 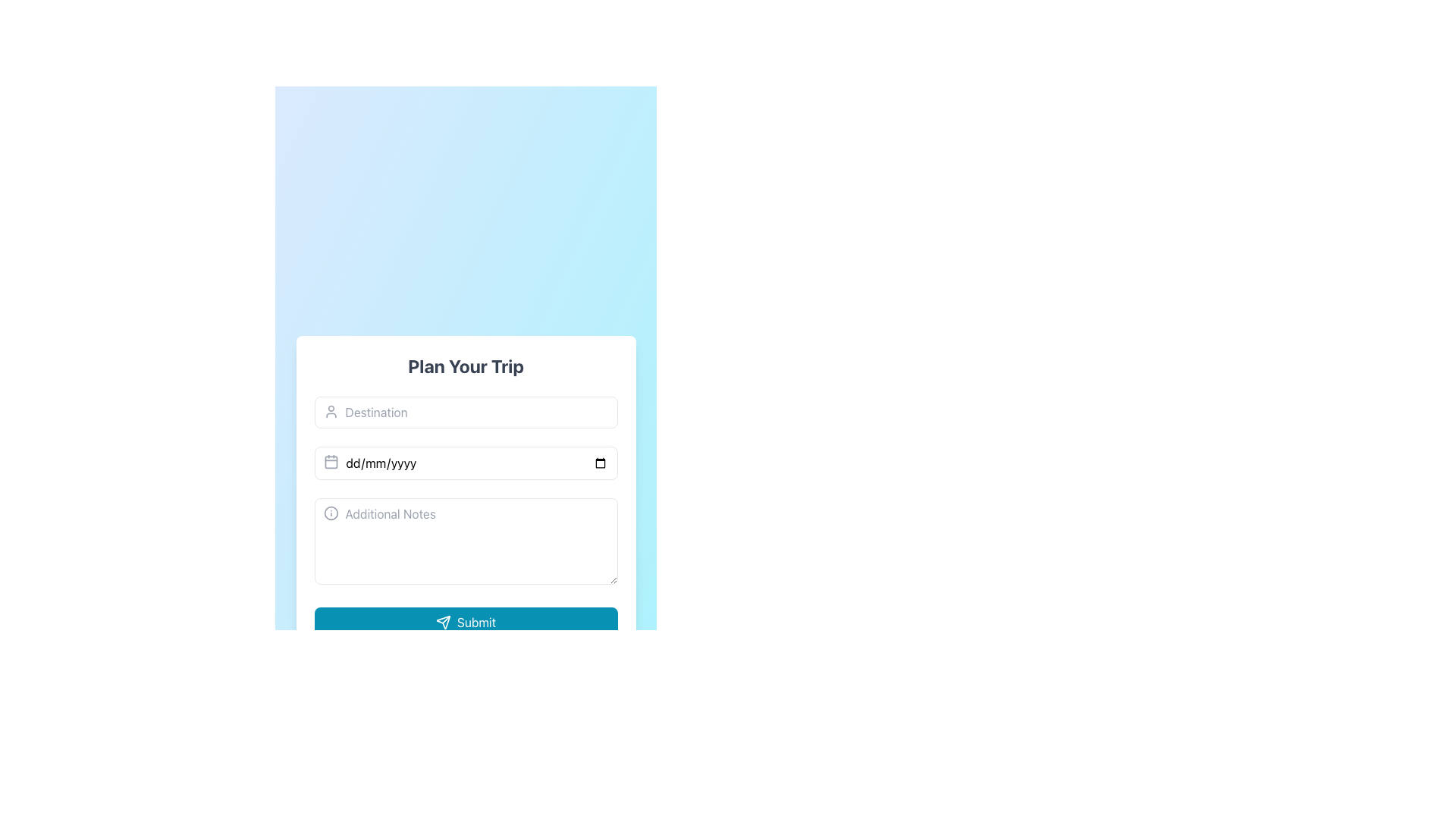 I want to click on the circular SVG icon located to the left of the 'Additional Notes' label in the third input field, so click(x=330, y=513).